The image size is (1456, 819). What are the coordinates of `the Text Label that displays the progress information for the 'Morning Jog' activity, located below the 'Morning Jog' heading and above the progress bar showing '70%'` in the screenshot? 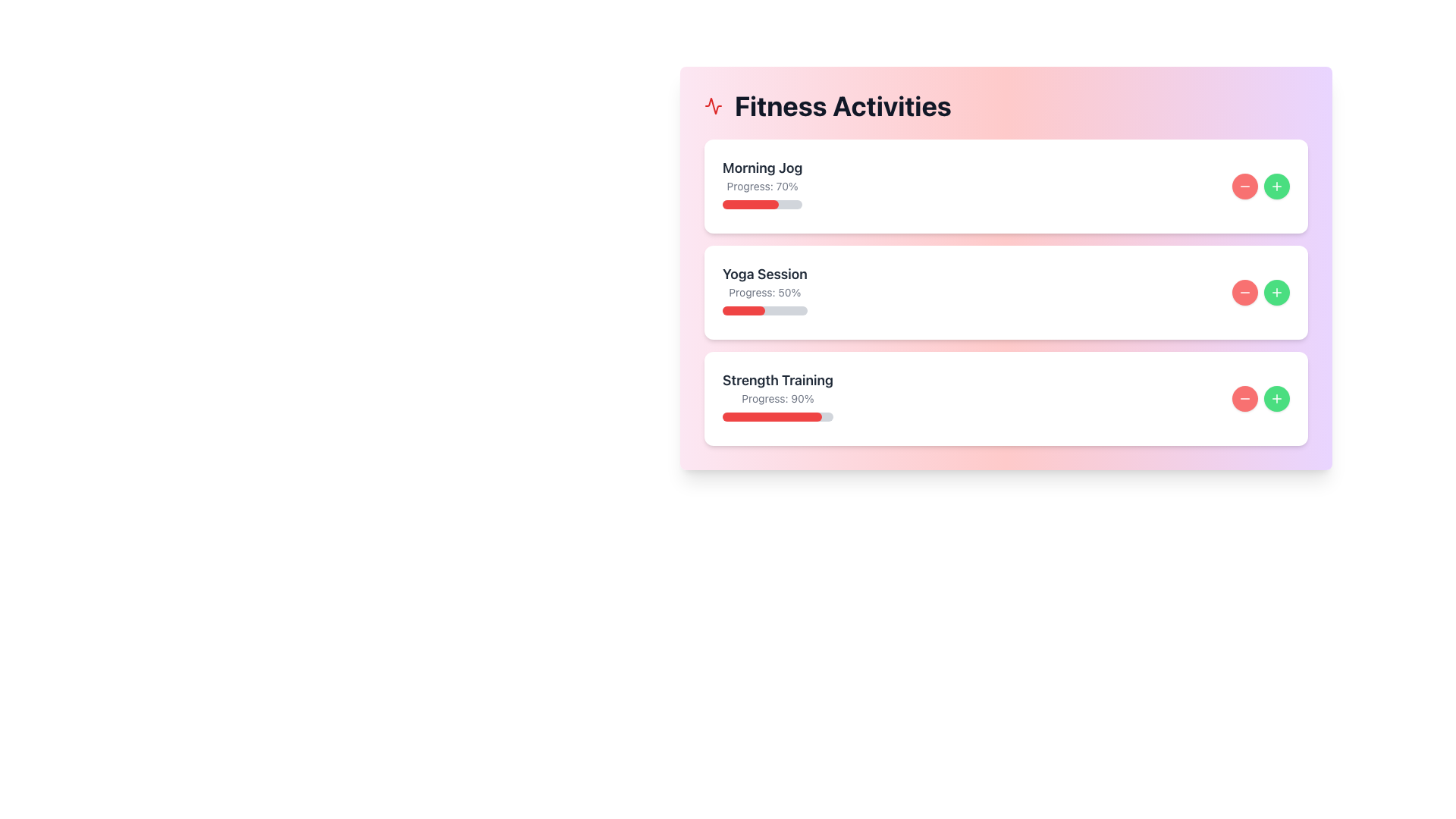 It's located at (762, 186).